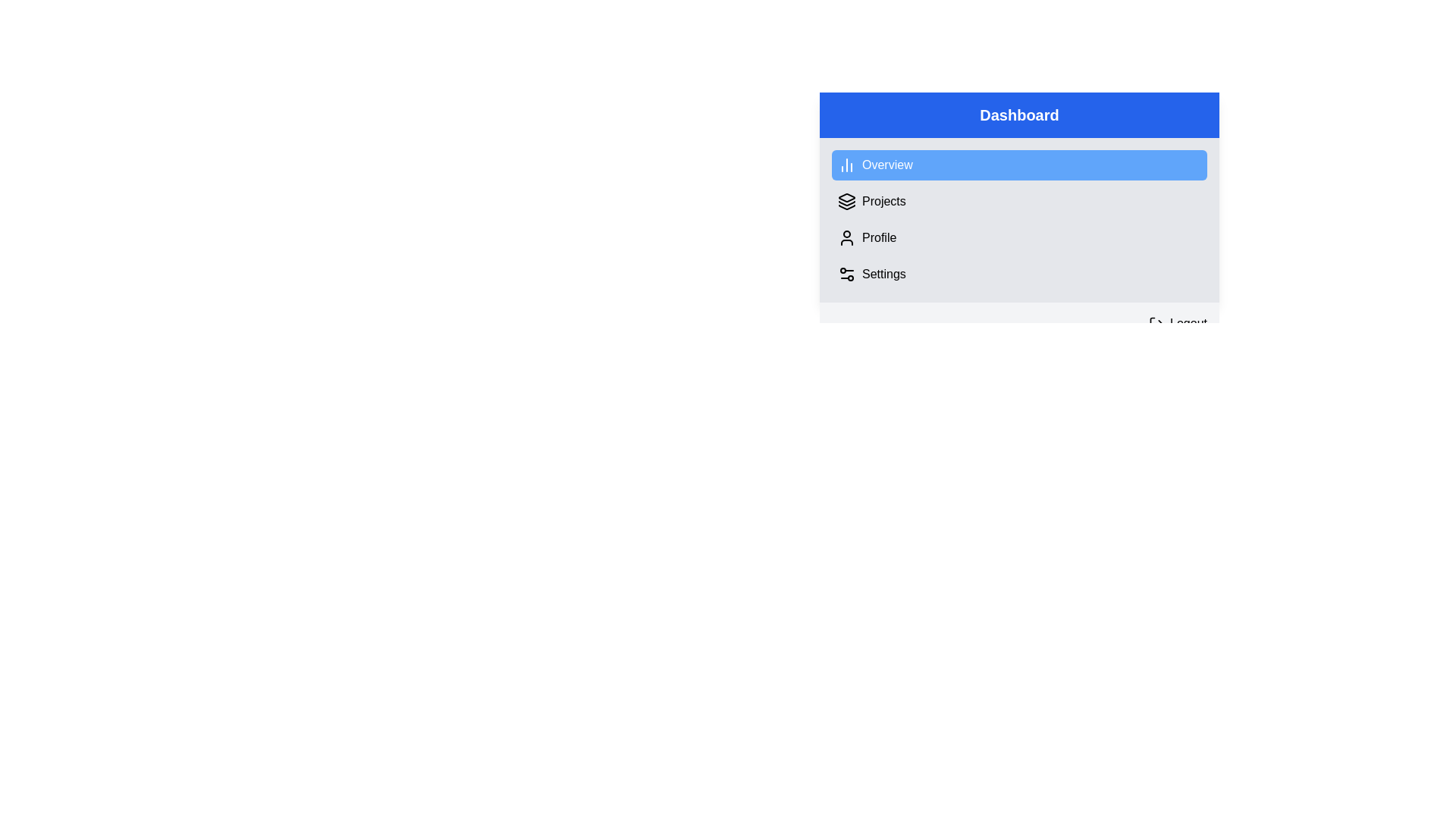  Describe the element at coordinates (846, 237) in the screenshot. I see `the 'Profile' icon located in the sidebar menu, which visually represents the 'Profile' section and is positioned to the left of the text label 'Profile'` at that location.